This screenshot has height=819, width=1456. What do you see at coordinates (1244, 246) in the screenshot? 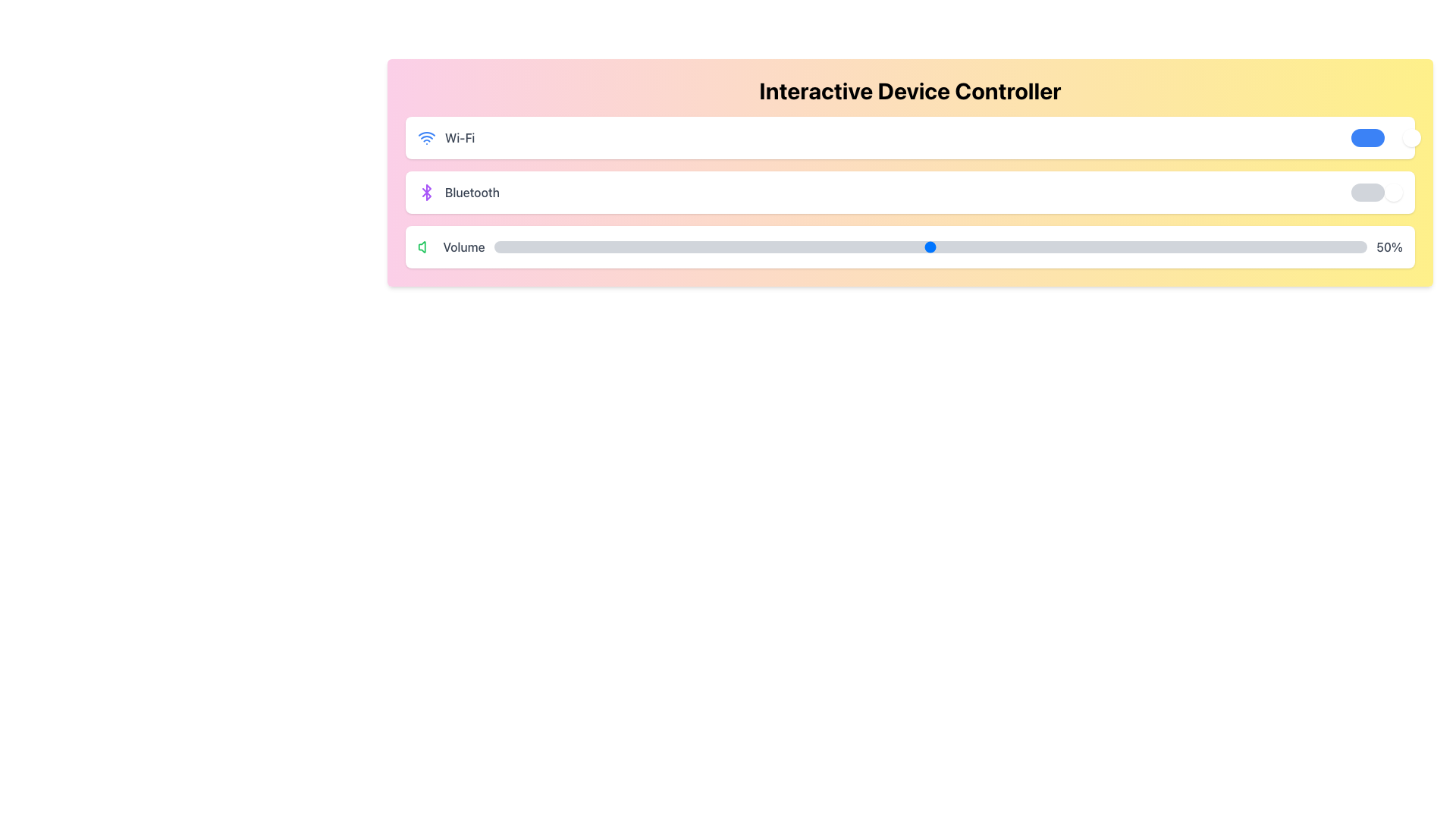
I see `volume` at bounding box center [1244, 246].